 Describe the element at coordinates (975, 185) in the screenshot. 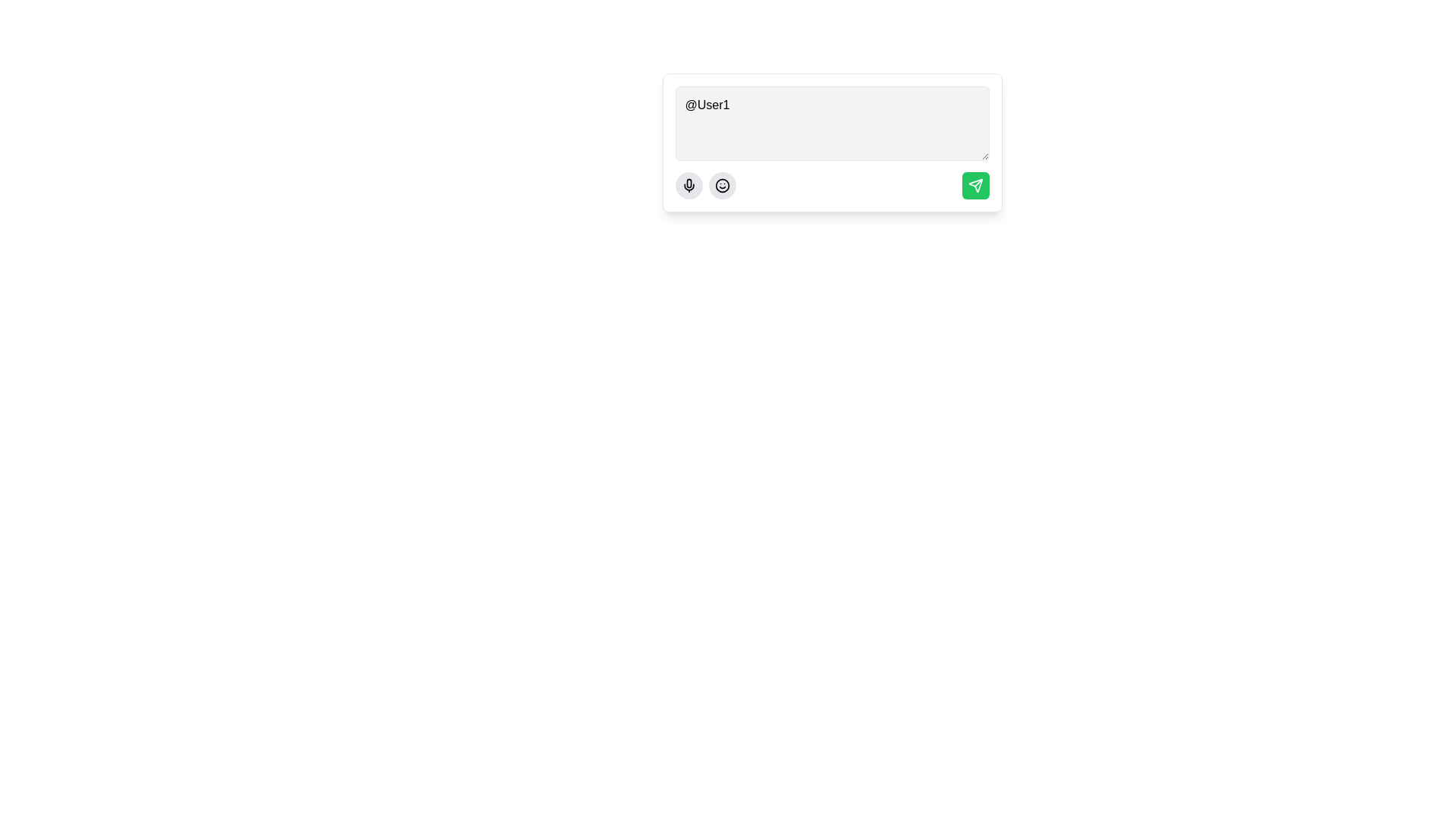

I see `the triangular arrow icon with a green background located in the bottom-right corner of the text input box` at that location.